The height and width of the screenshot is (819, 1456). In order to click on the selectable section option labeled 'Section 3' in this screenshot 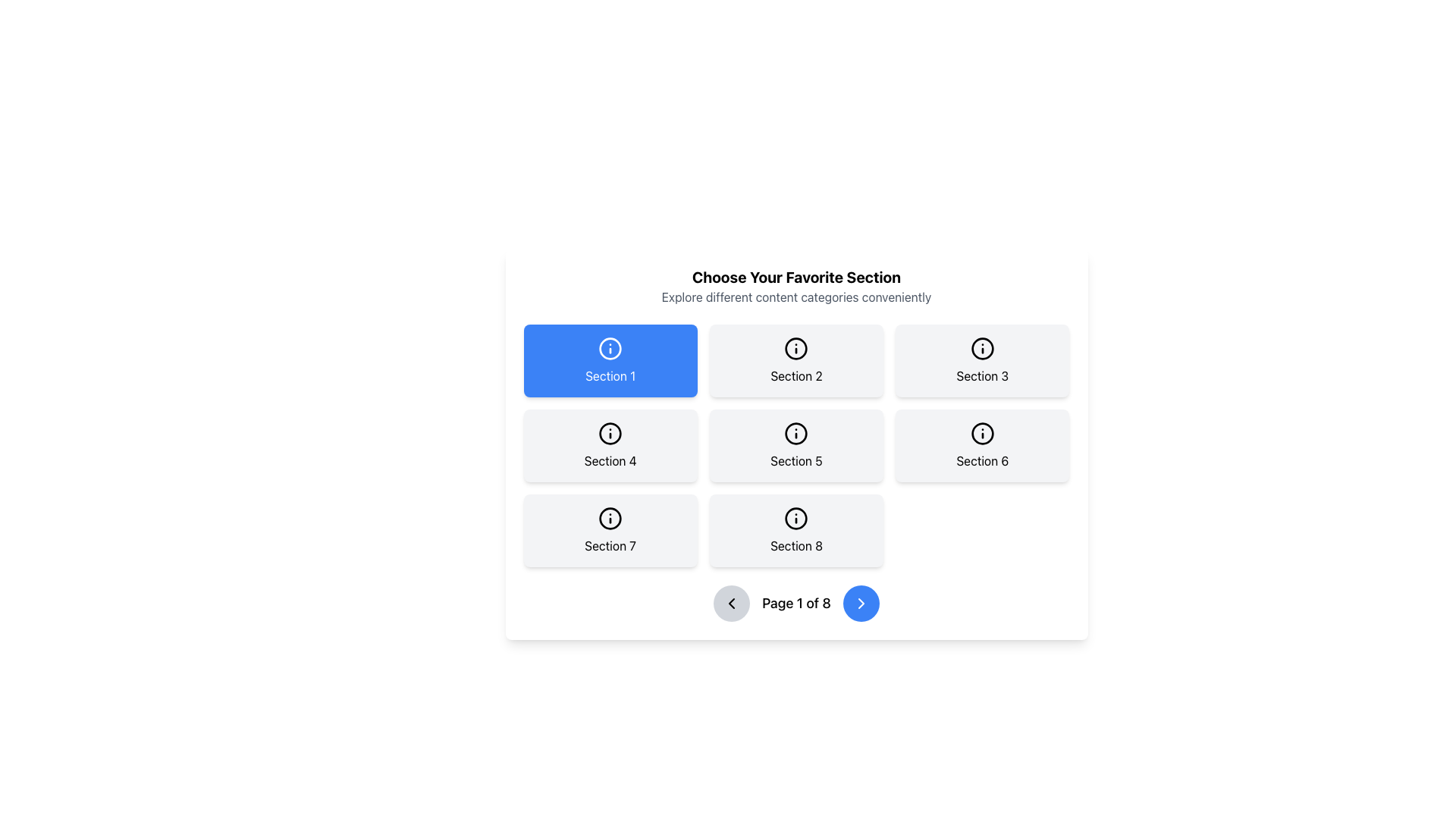, I will do `click(982, 360)`.